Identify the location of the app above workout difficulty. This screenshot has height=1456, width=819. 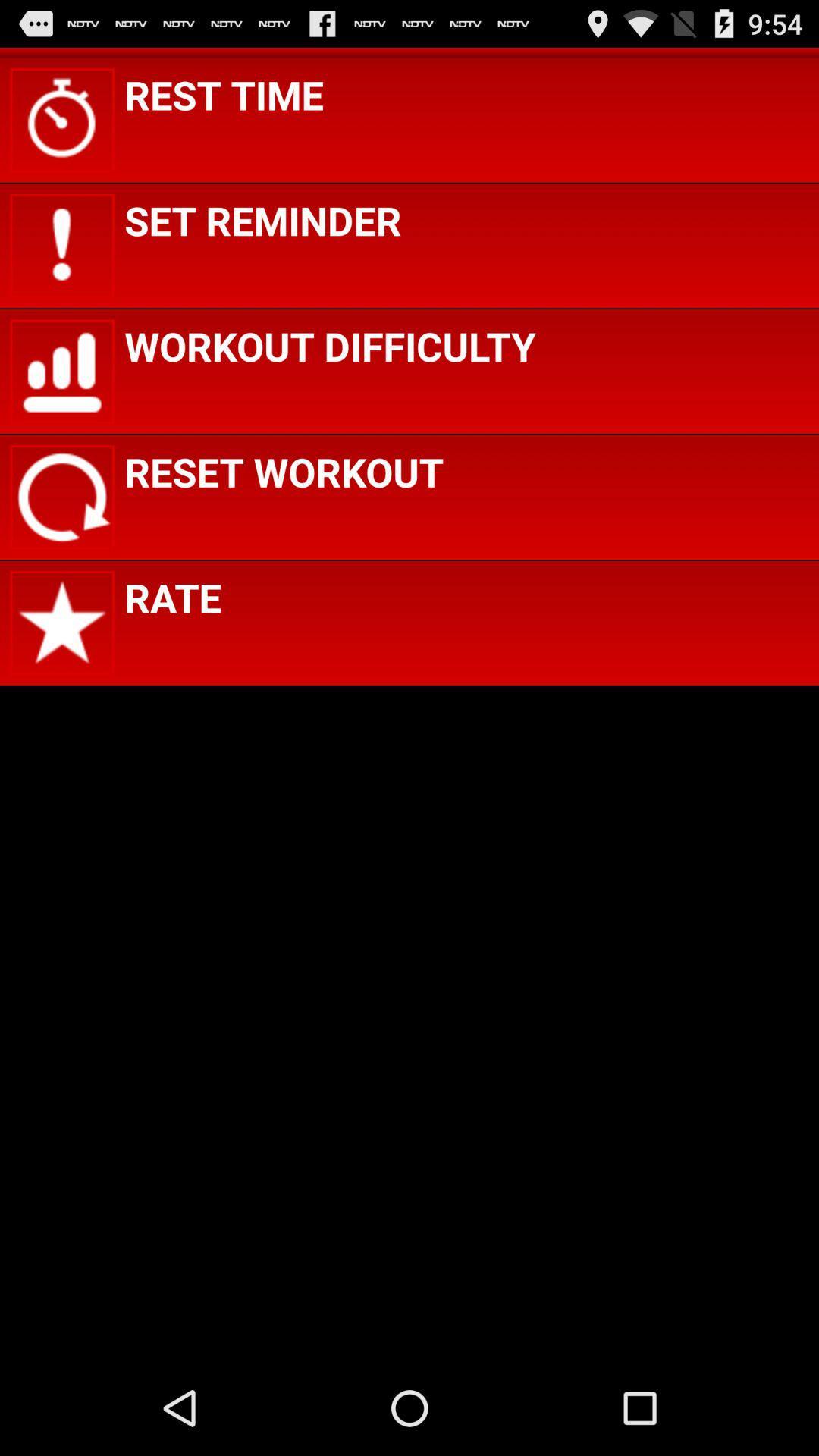
(262, 219).